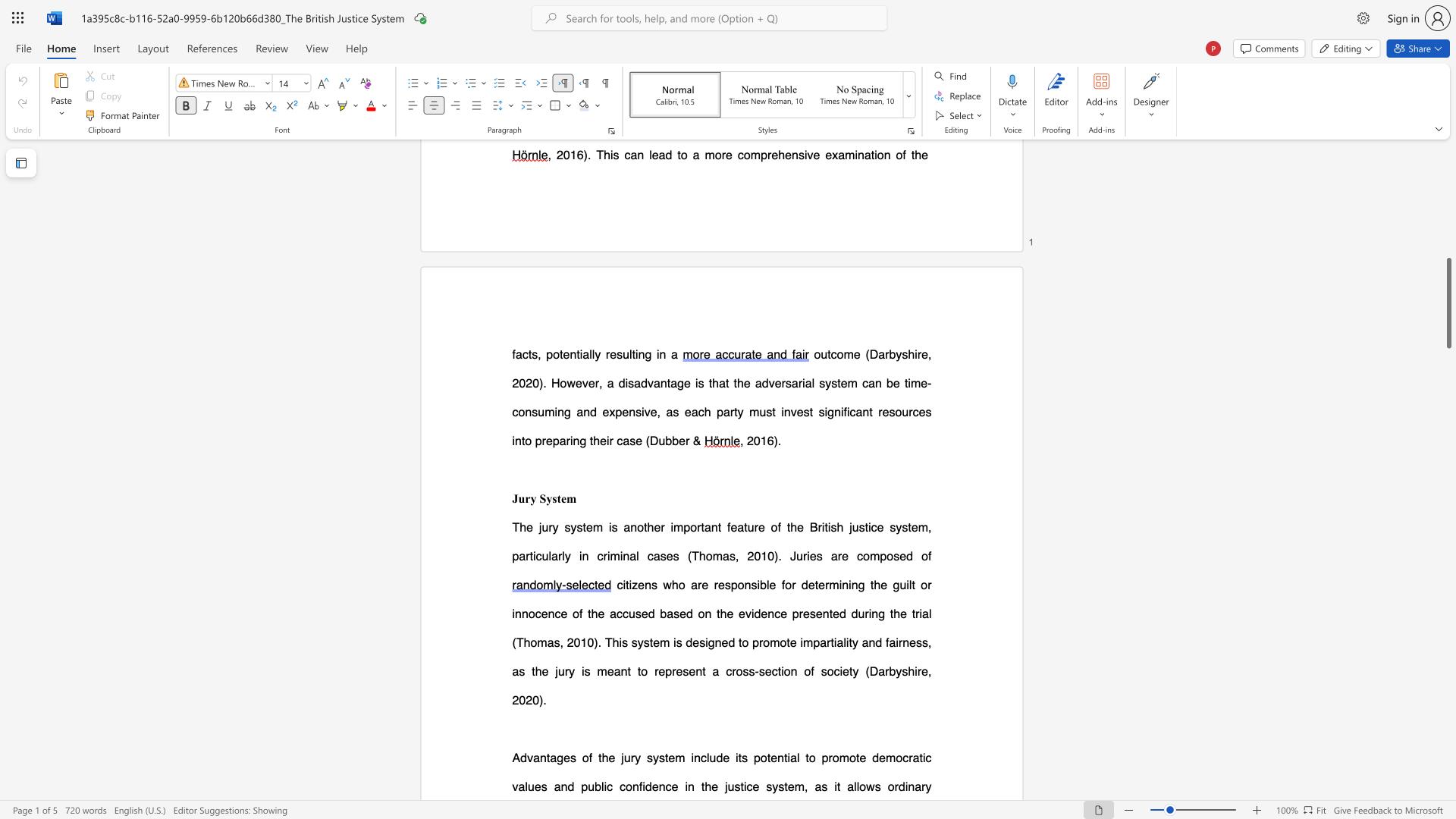 The image size is (1456, 819). What do you see at coordinates (744, 584) in the screenshot?
I see `the subset text "nsible fo" within the text "are responsible for"` at bounding box center [744, 584].